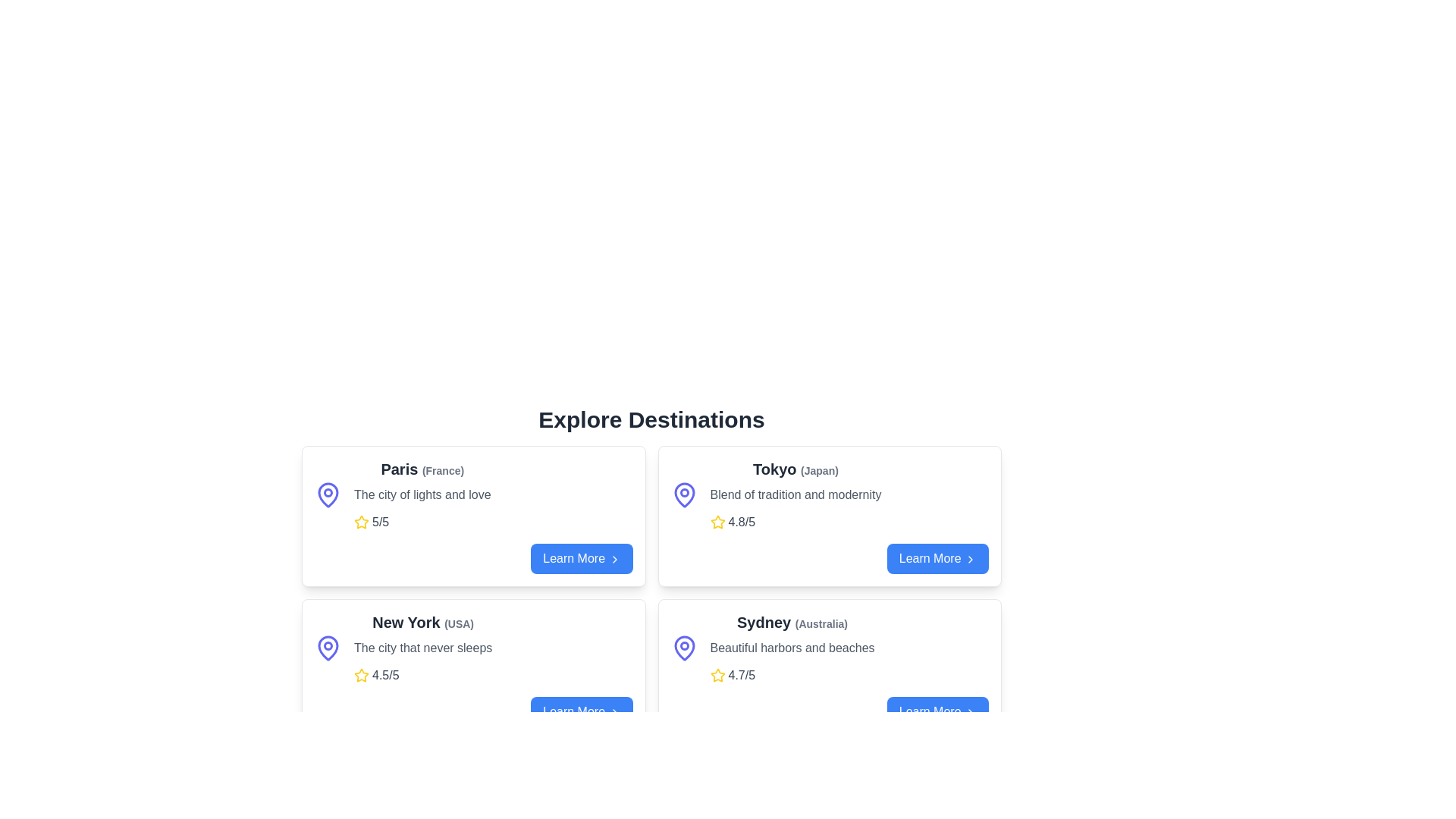 This screenshot has height=819, width=1456. What do you see at coordinates (683, 494) in the screenshot?
I see `the location pin icon for the 'Tokyo (Japan)' card, which is positioned at the top-left corner of the card above the text 'Blend of tradition and modernity'` at bounding box center [683, 494].